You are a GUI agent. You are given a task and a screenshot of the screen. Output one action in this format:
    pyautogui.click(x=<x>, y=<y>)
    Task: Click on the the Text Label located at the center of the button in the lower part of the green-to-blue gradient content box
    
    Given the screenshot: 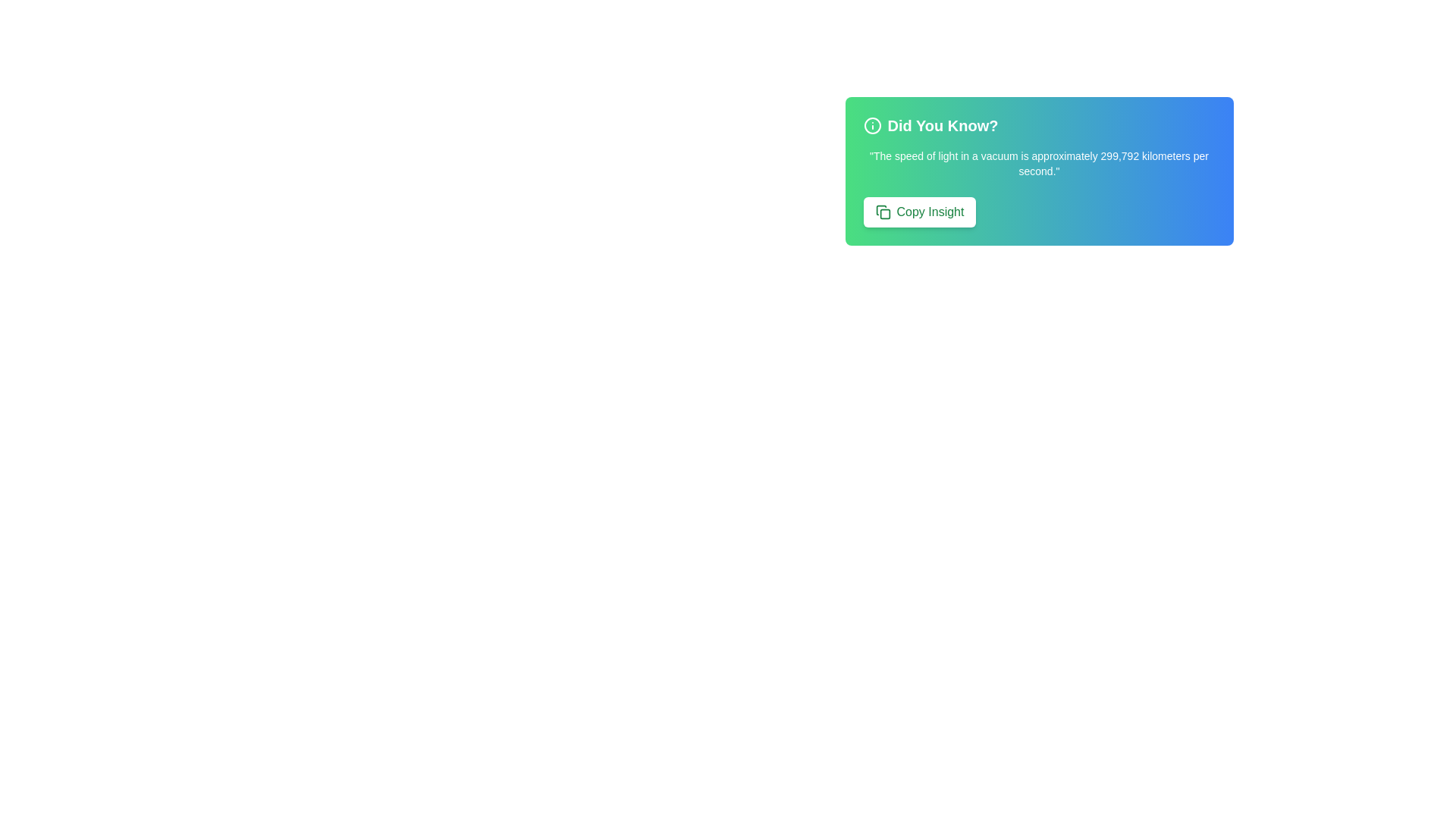 What is the action you would take?
    pyautogui.click(x=929, y=212)
    